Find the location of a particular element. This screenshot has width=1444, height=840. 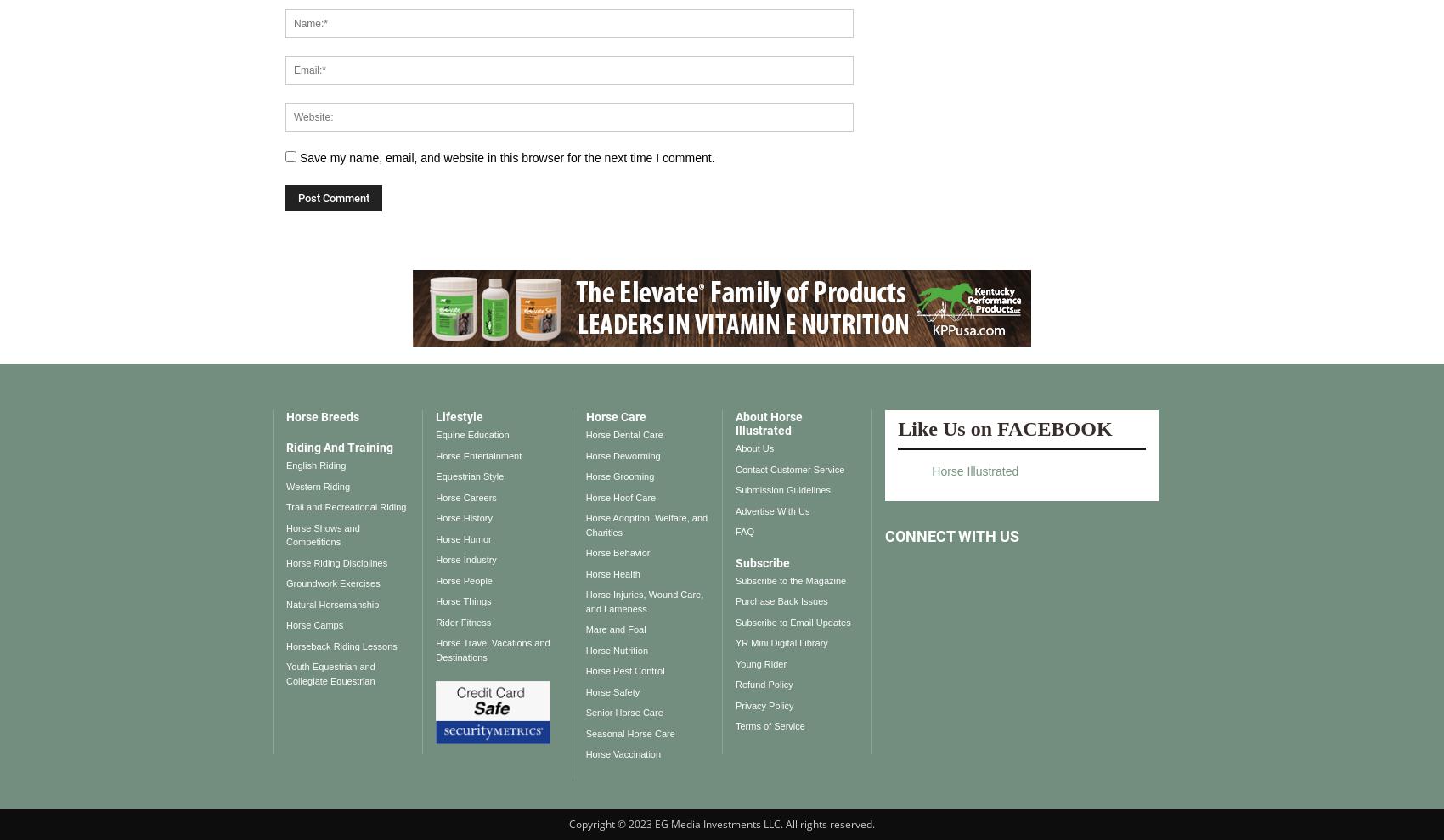

'Horse Health' is located at coordinates (612, 572).